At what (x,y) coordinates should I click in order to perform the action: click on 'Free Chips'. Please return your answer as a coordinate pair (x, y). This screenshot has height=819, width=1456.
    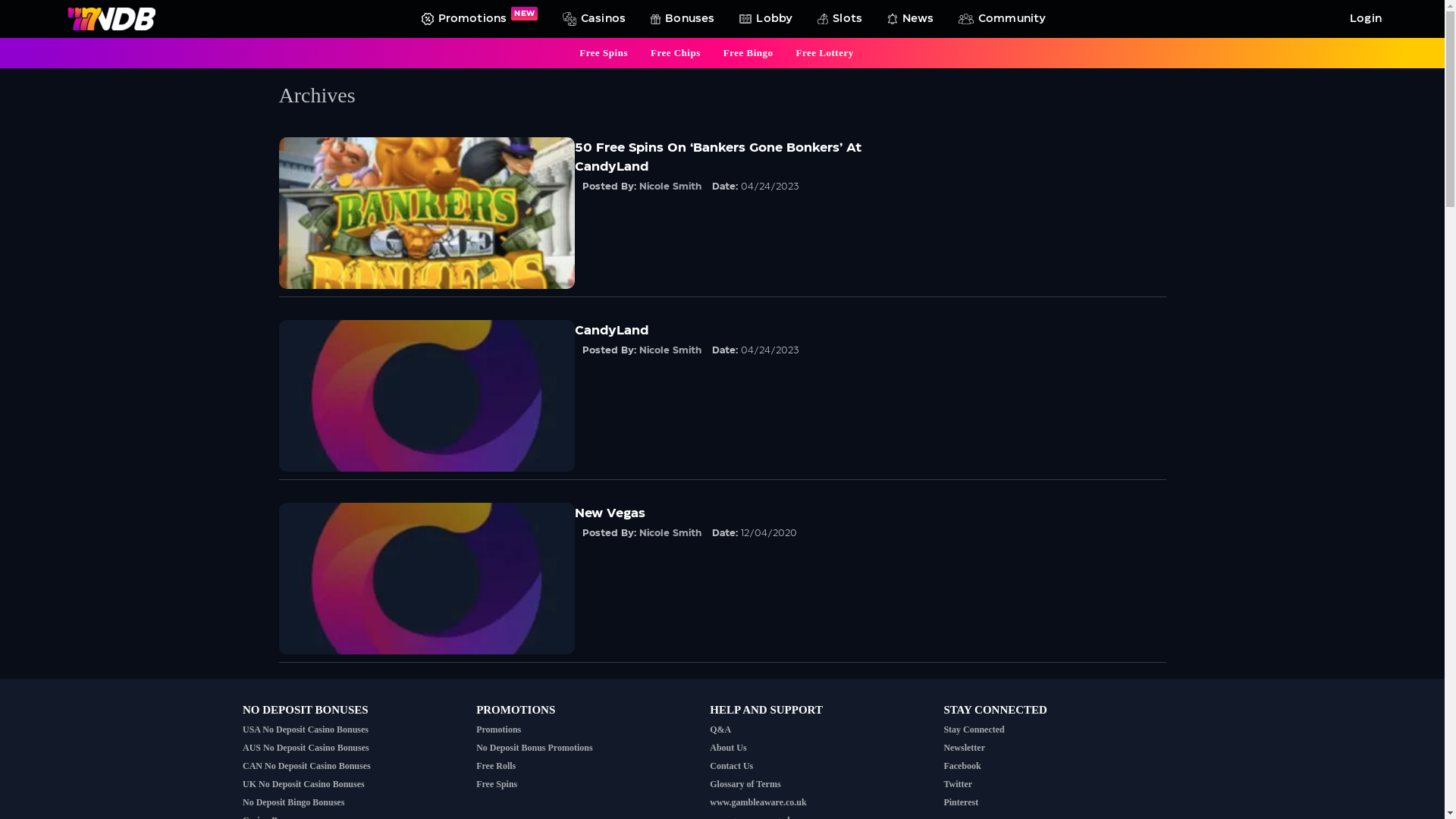
    Looking at the image, I should click on (675, 52).